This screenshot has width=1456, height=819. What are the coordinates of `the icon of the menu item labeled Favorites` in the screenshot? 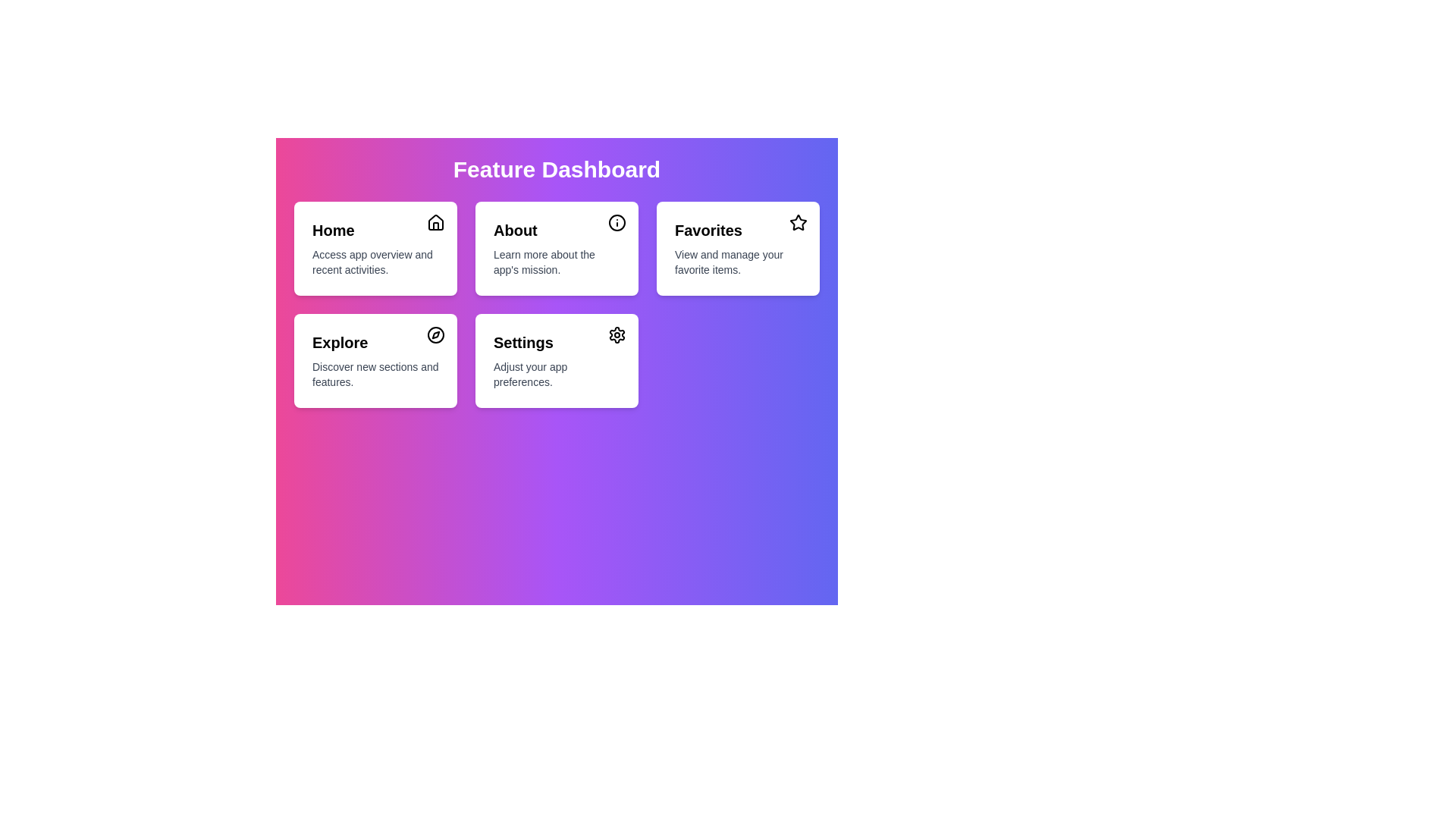 It's located at (797, 222).